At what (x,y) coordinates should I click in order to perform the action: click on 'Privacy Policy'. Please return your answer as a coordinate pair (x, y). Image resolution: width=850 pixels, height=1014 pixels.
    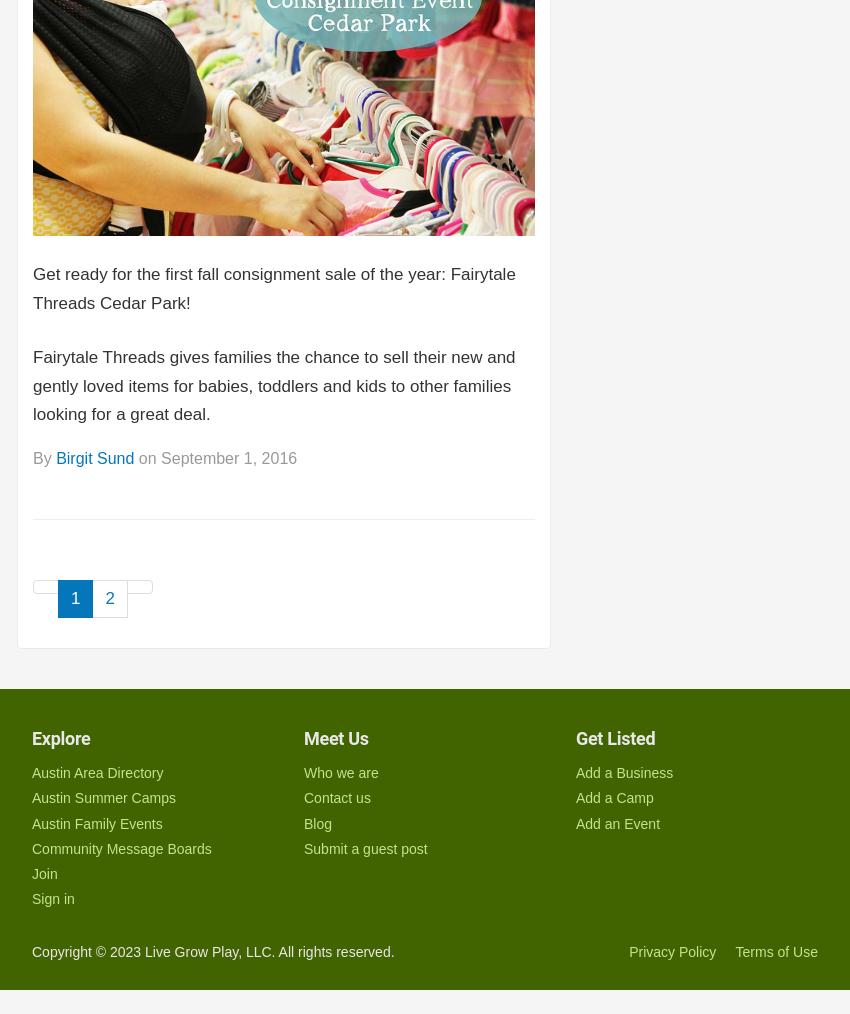
    Looking at the image, I should click on (672, 952).